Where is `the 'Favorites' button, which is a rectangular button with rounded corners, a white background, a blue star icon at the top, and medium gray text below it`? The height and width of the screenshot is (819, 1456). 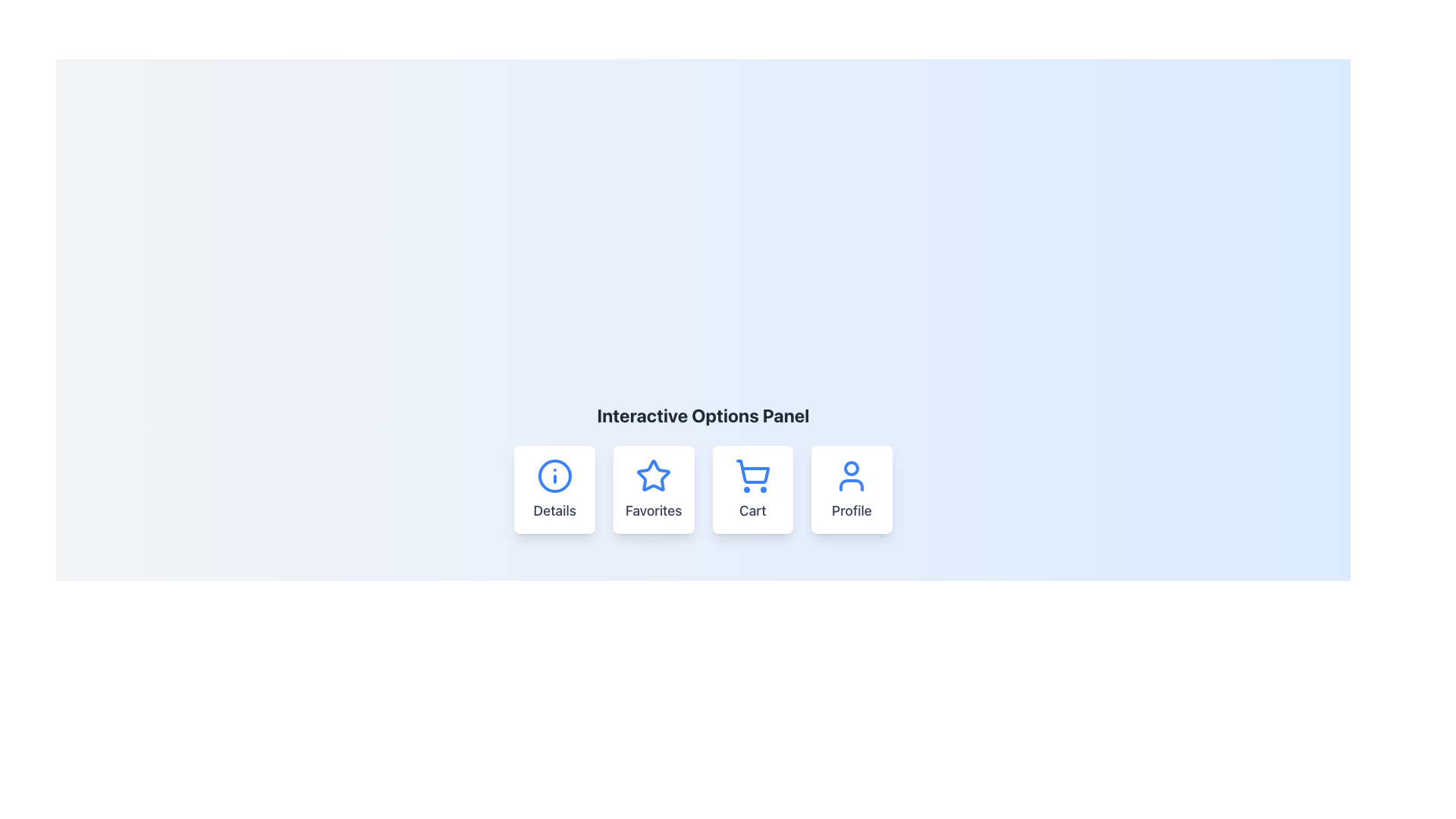 the 'Favorites' button, which is a rectangular button with rounded corners, a white background, a blue star icon at the top, and medium gray text below it is located at coordinates (654, 489).